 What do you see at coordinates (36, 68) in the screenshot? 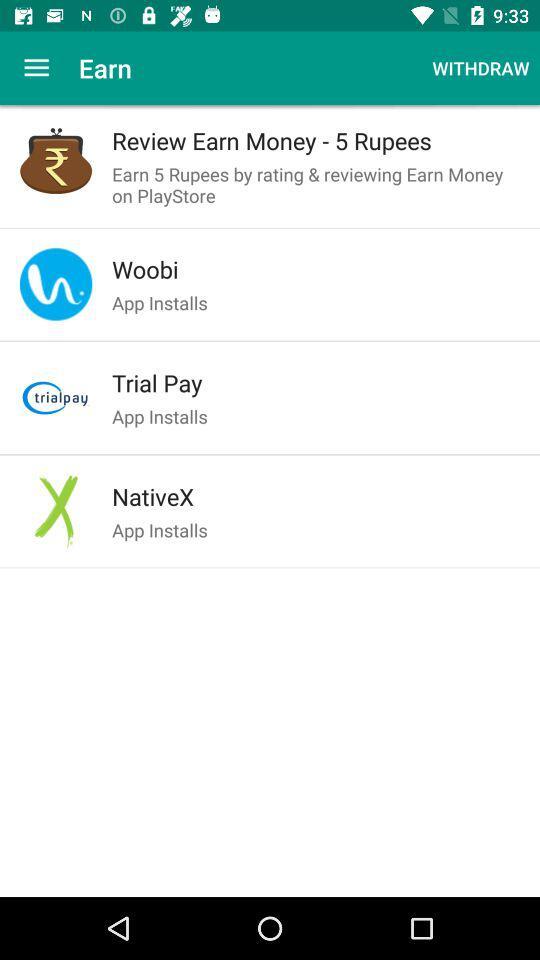
I see `the app to the left of the earn` at bounding box center [36, 68].